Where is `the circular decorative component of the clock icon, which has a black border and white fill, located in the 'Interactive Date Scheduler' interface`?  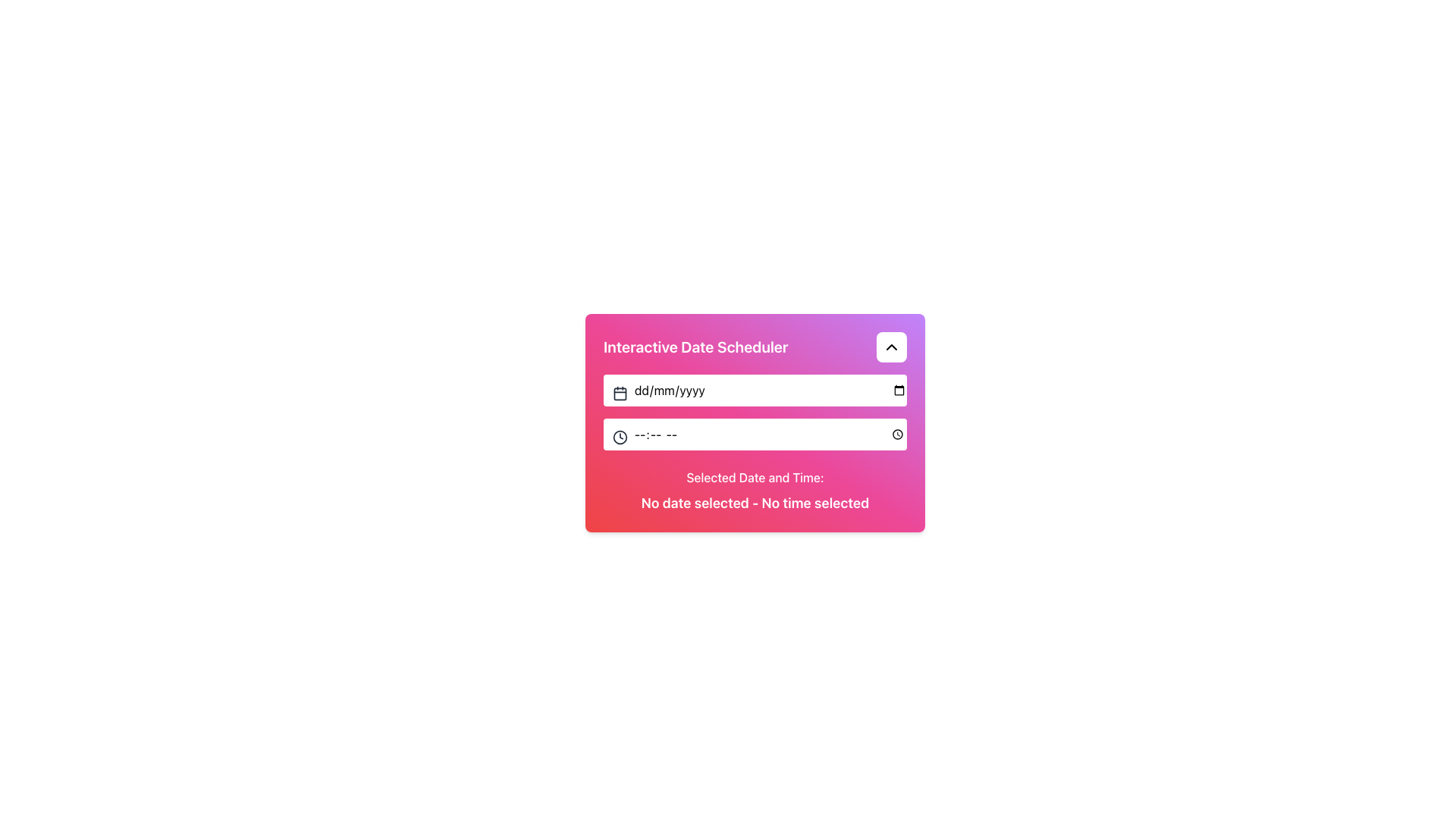 the circular decorative component of the clock icon, which has a black border and white fill, located in the 'Interactive Date Scheduler' interface is located at coordinates (620, 437).